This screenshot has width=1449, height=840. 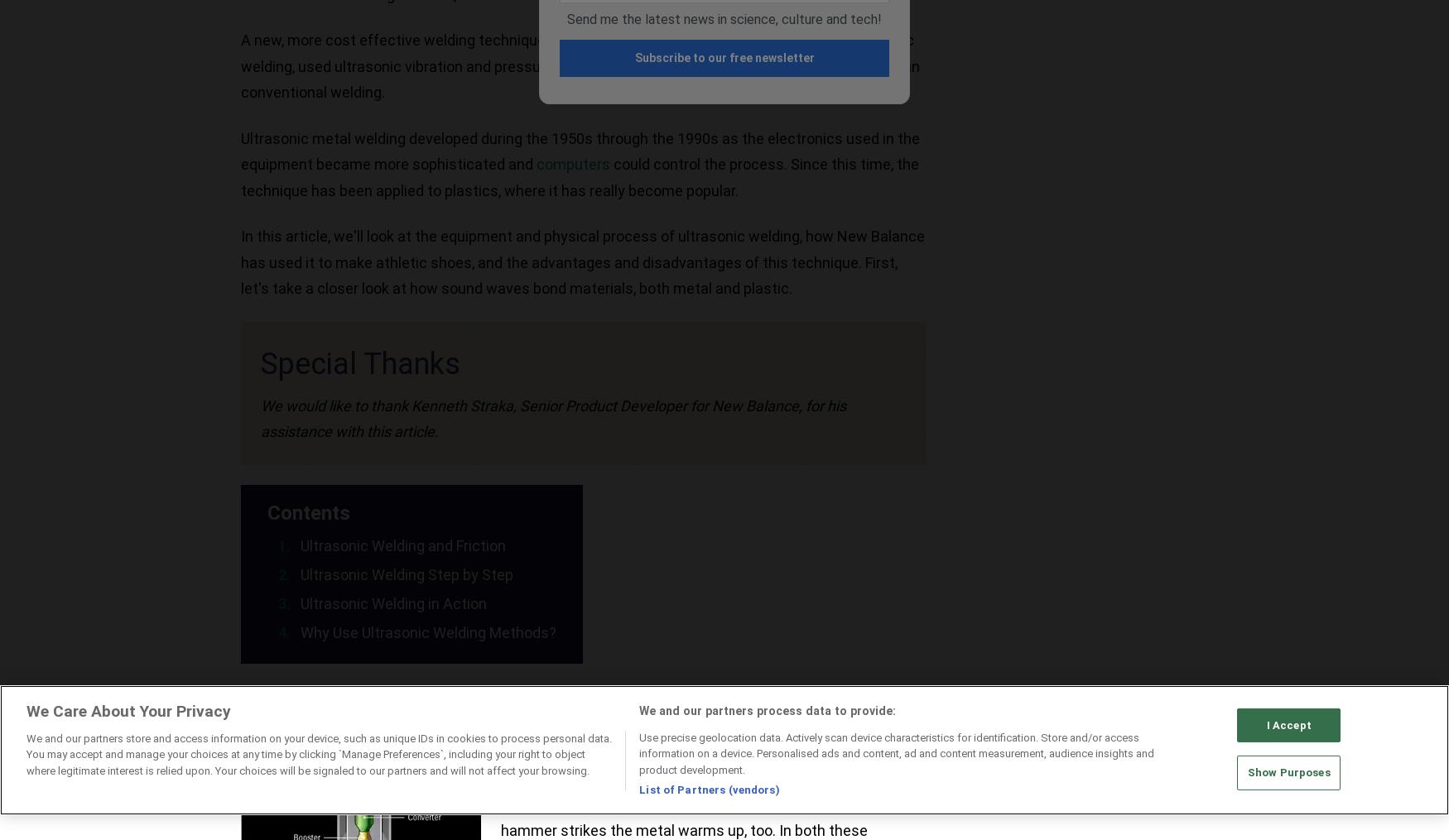 I want to click on 'Why Use Ultrasonic Welding Methods?', so click(x=427, y=631).